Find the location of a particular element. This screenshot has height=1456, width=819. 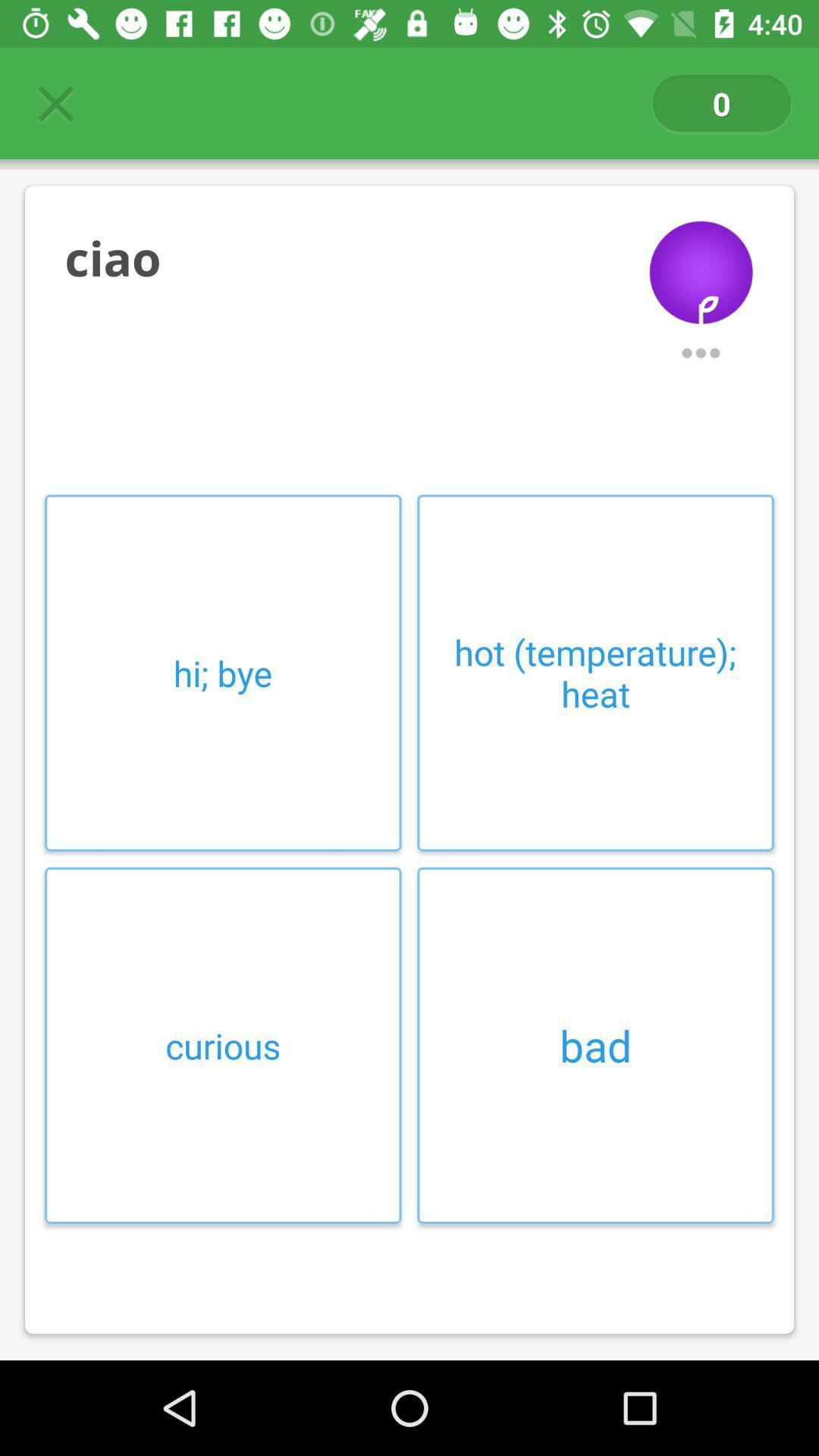

icon on the right is located at coordinates (595, 672).